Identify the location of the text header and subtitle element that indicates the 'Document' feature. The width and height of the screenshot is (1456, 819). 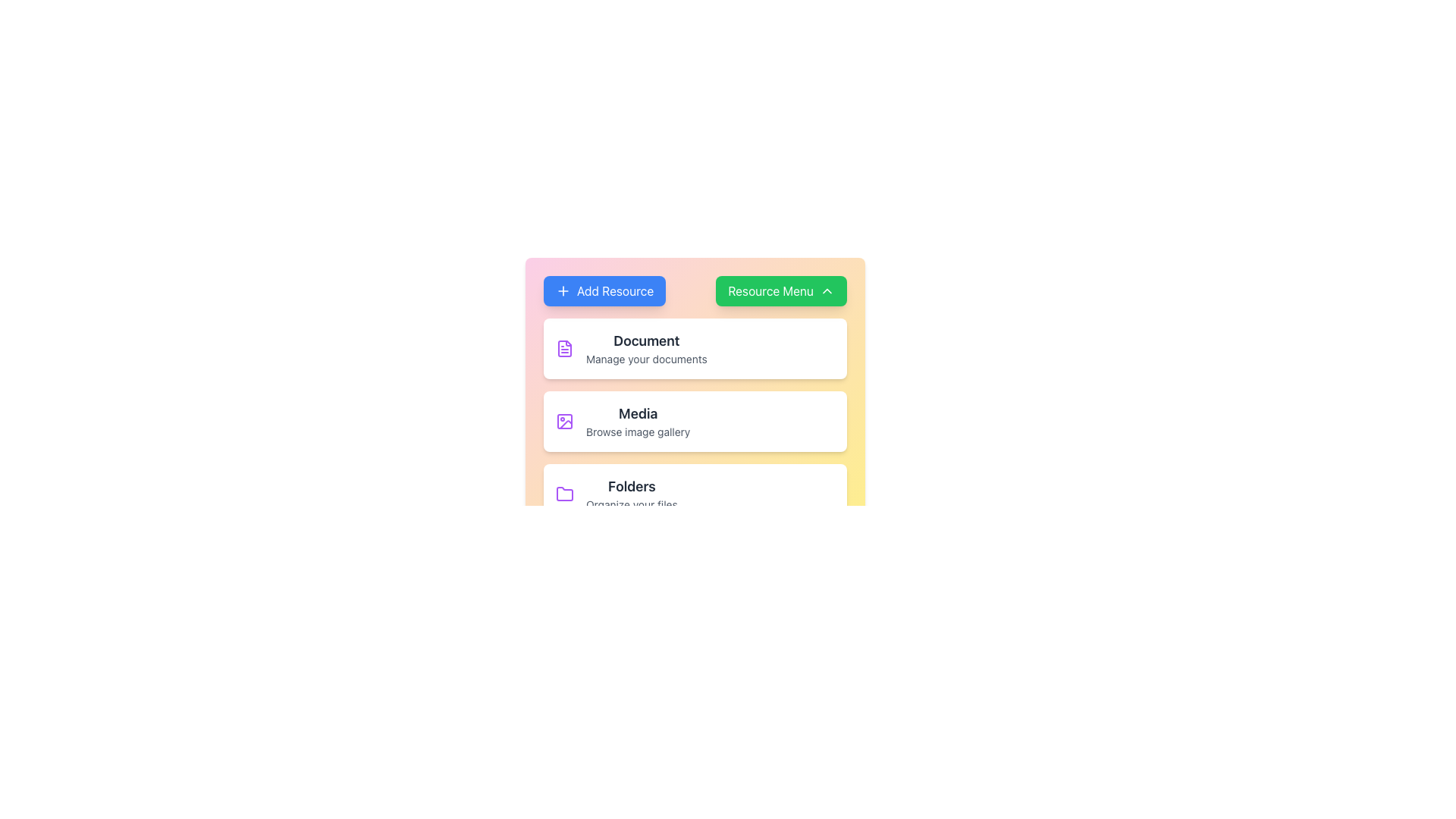
(646, 348).